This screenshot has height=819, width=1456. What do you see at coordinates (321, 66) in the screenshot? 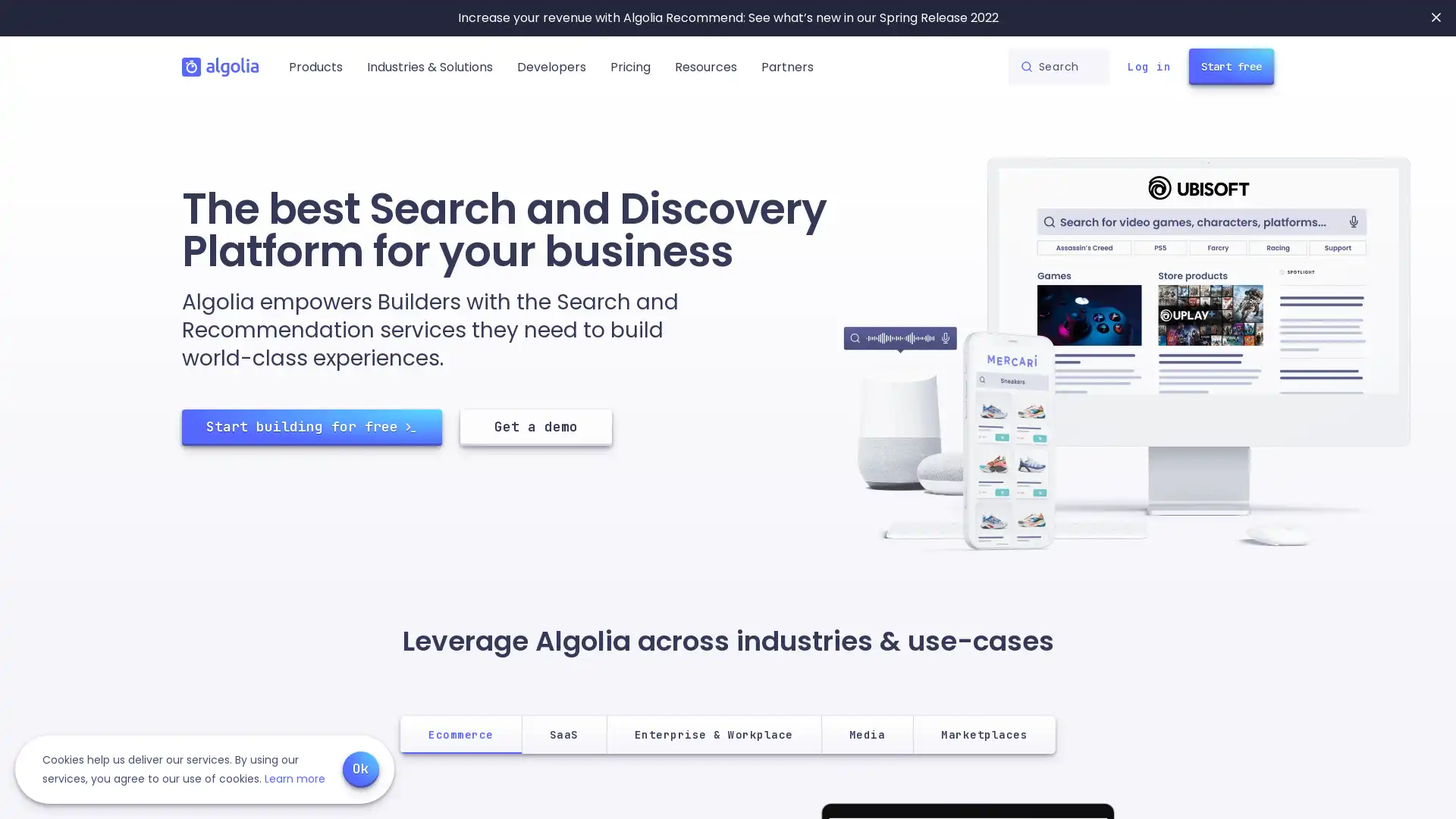
I see `Products` at bounding box center [321, 66].